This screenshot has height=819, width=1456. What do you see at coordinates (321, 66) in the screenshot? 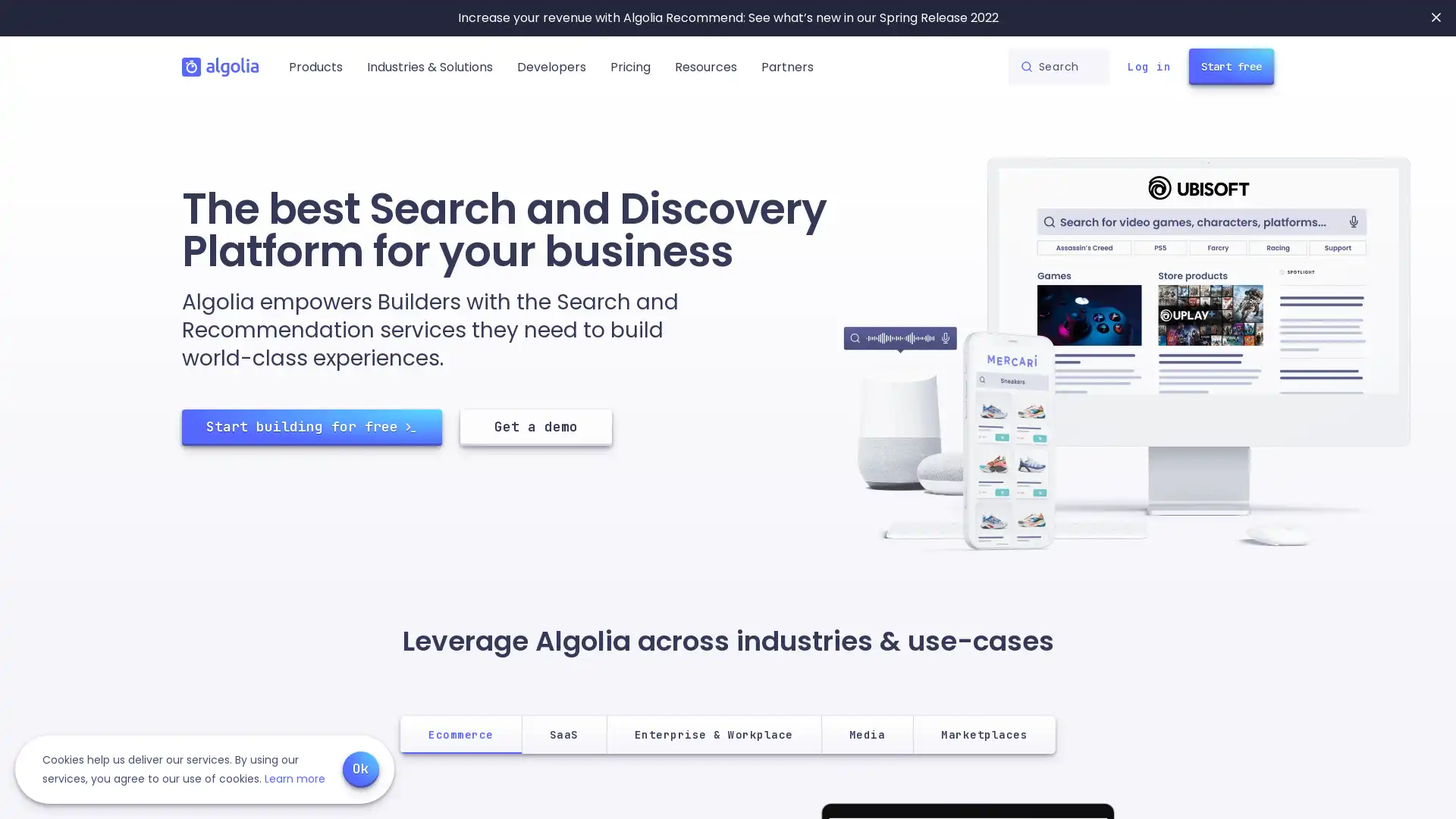
I see `Products` at bounding box center [321, 66].